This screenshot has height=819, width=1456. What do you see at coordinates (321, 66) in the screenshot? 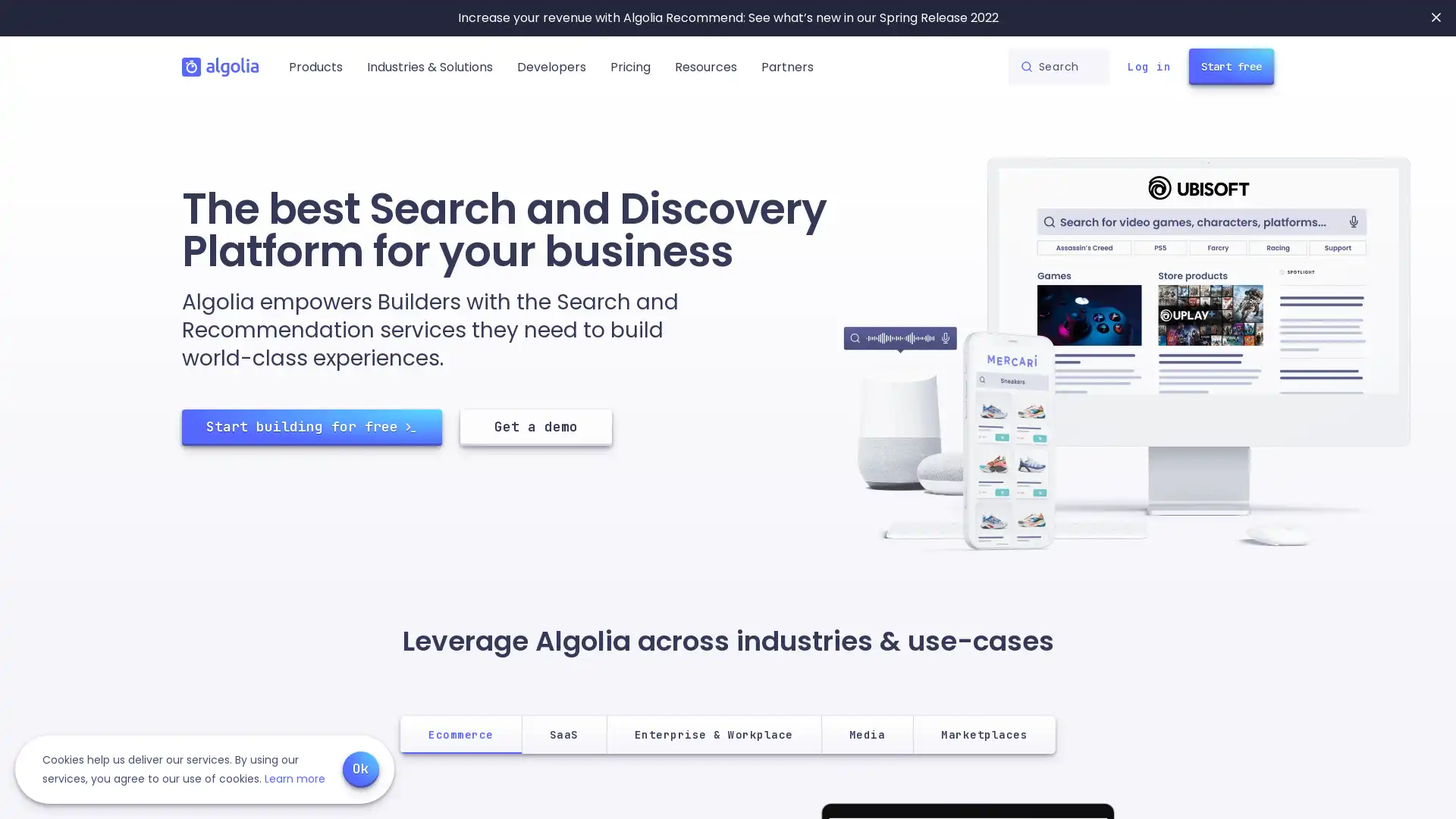
I see `Products` at bounding box center [321, 66].